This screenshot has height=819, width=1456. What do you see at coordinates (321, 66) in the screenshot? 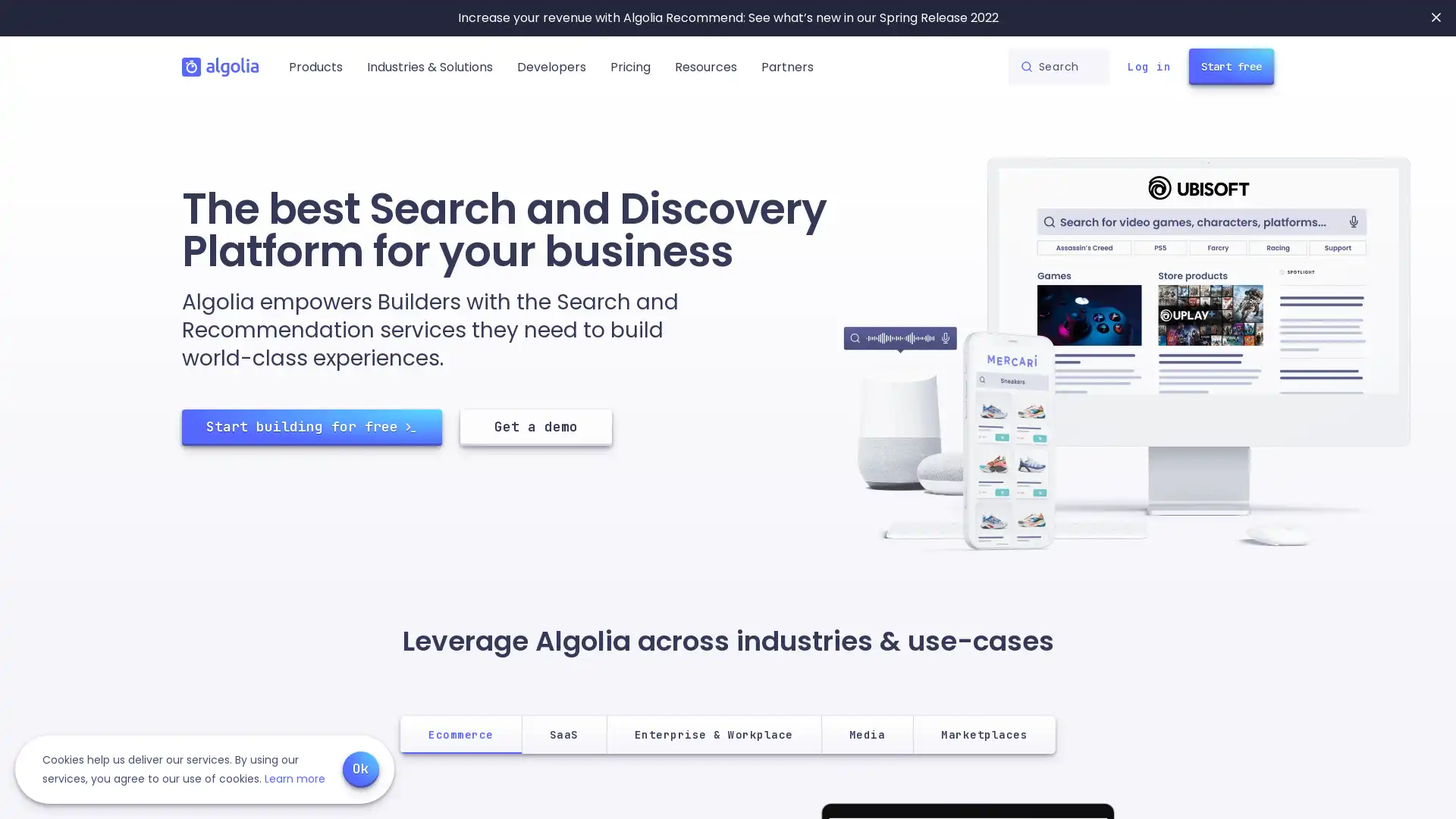
I see `Products` at bounding box center [321, 66].